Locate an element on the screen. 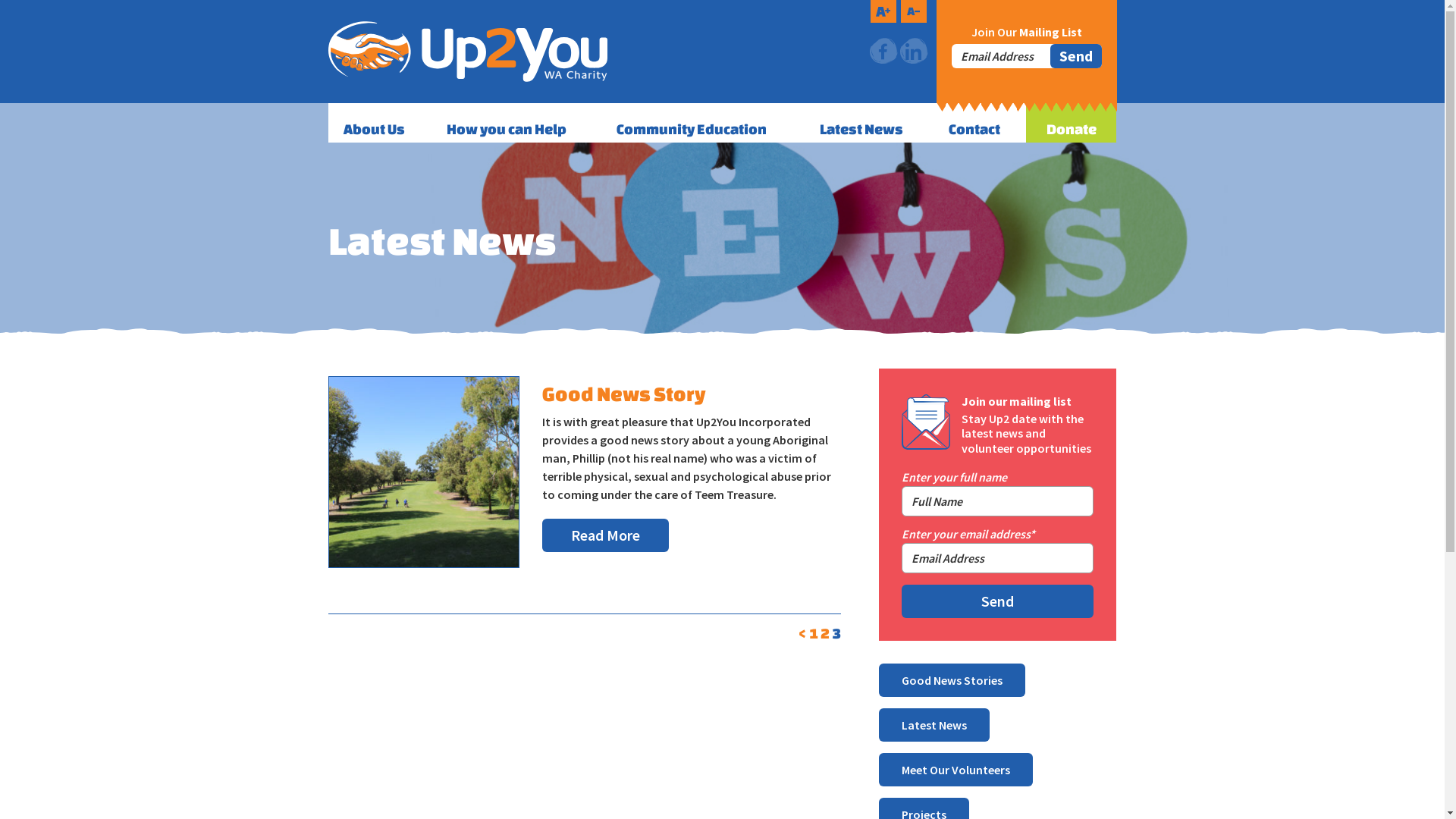  'About Us' is located at coordinates (379, 122).